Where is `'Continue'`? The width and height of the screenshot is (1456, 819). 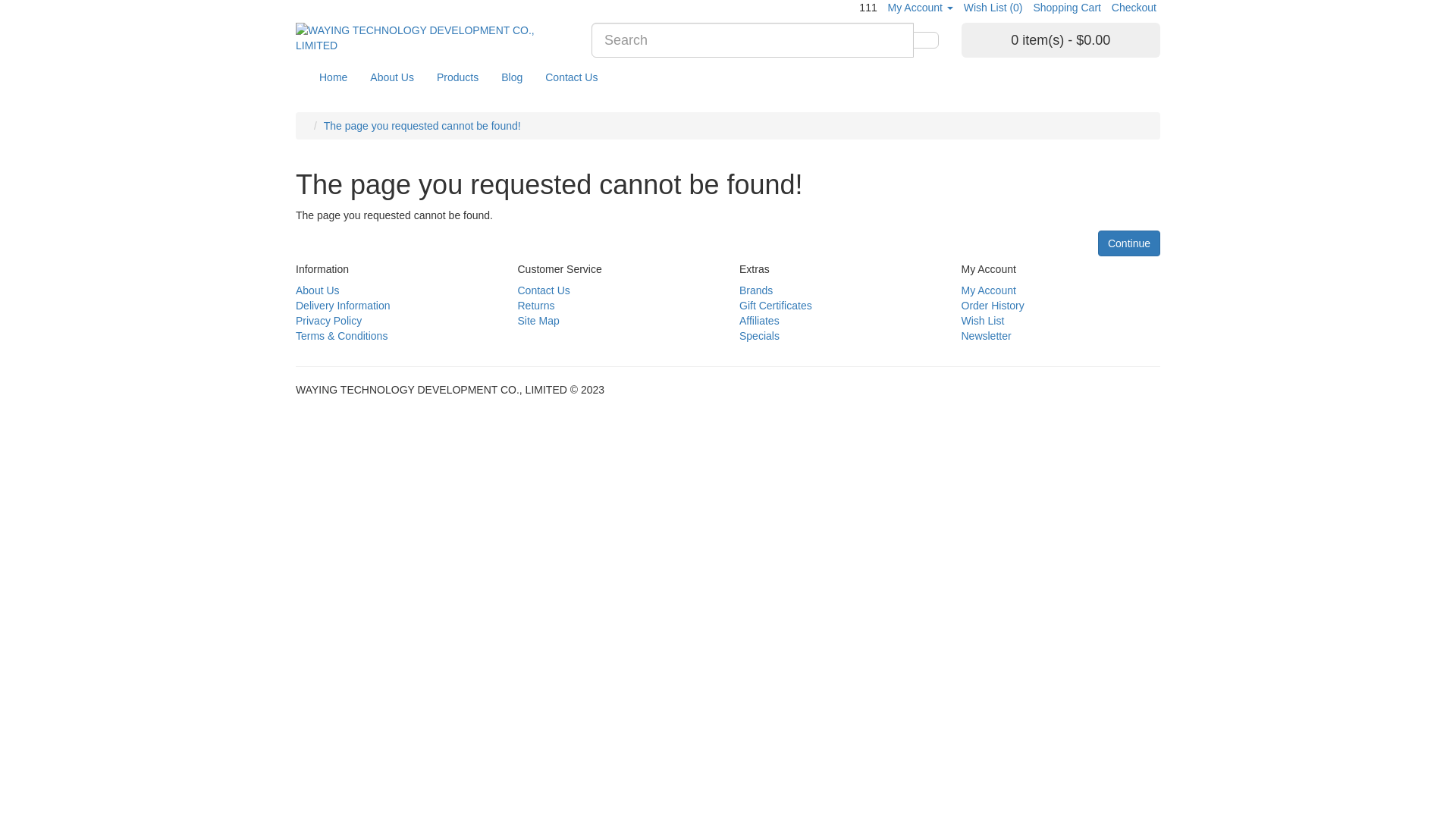 'Continue' is located at coordinates (1098, 242).